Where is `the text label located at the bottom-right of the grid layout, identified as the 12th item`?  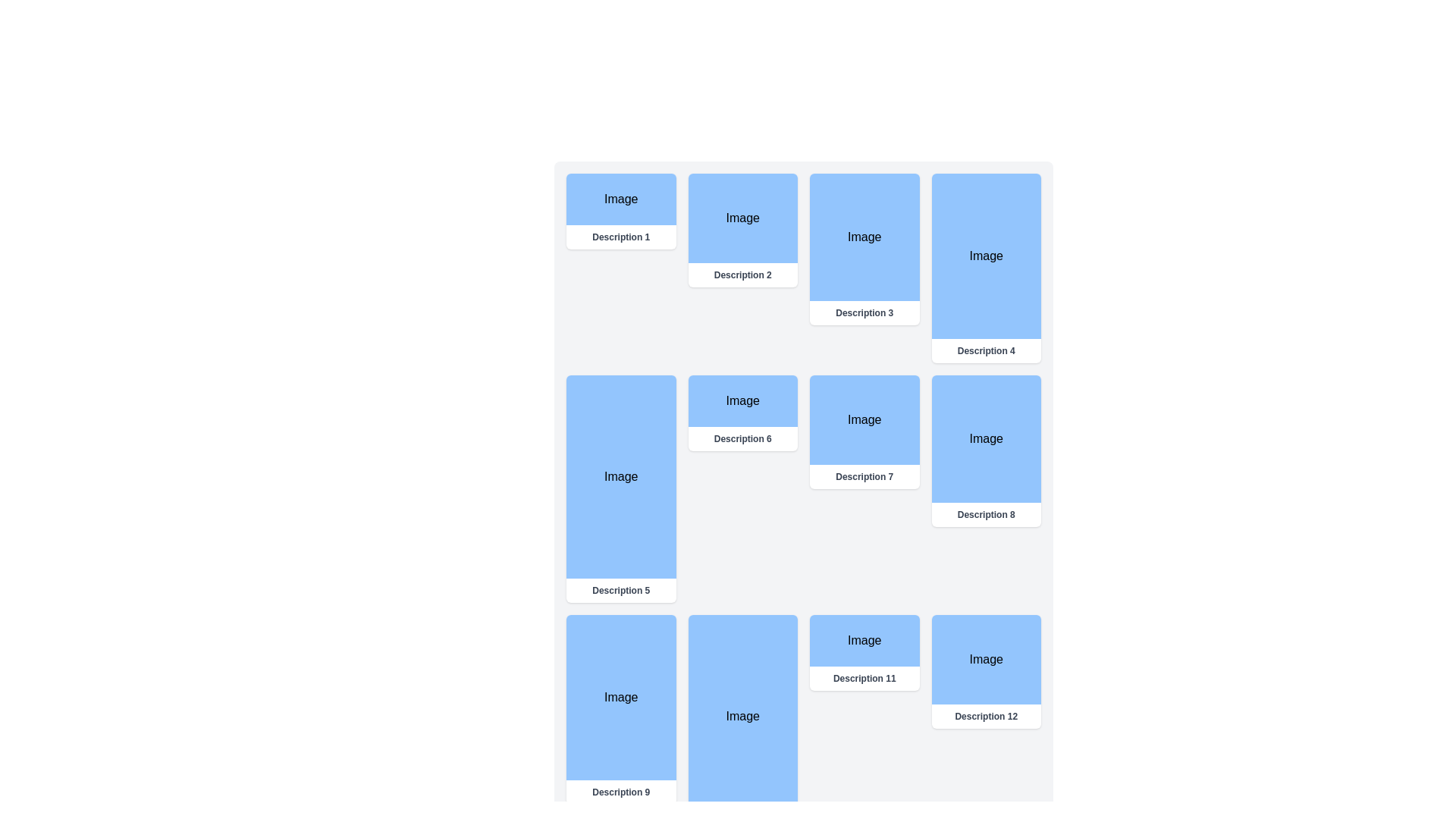
the text label located at the bottom-right of the grid layout, identified as the 12th item is located at coordinates (986, 717).